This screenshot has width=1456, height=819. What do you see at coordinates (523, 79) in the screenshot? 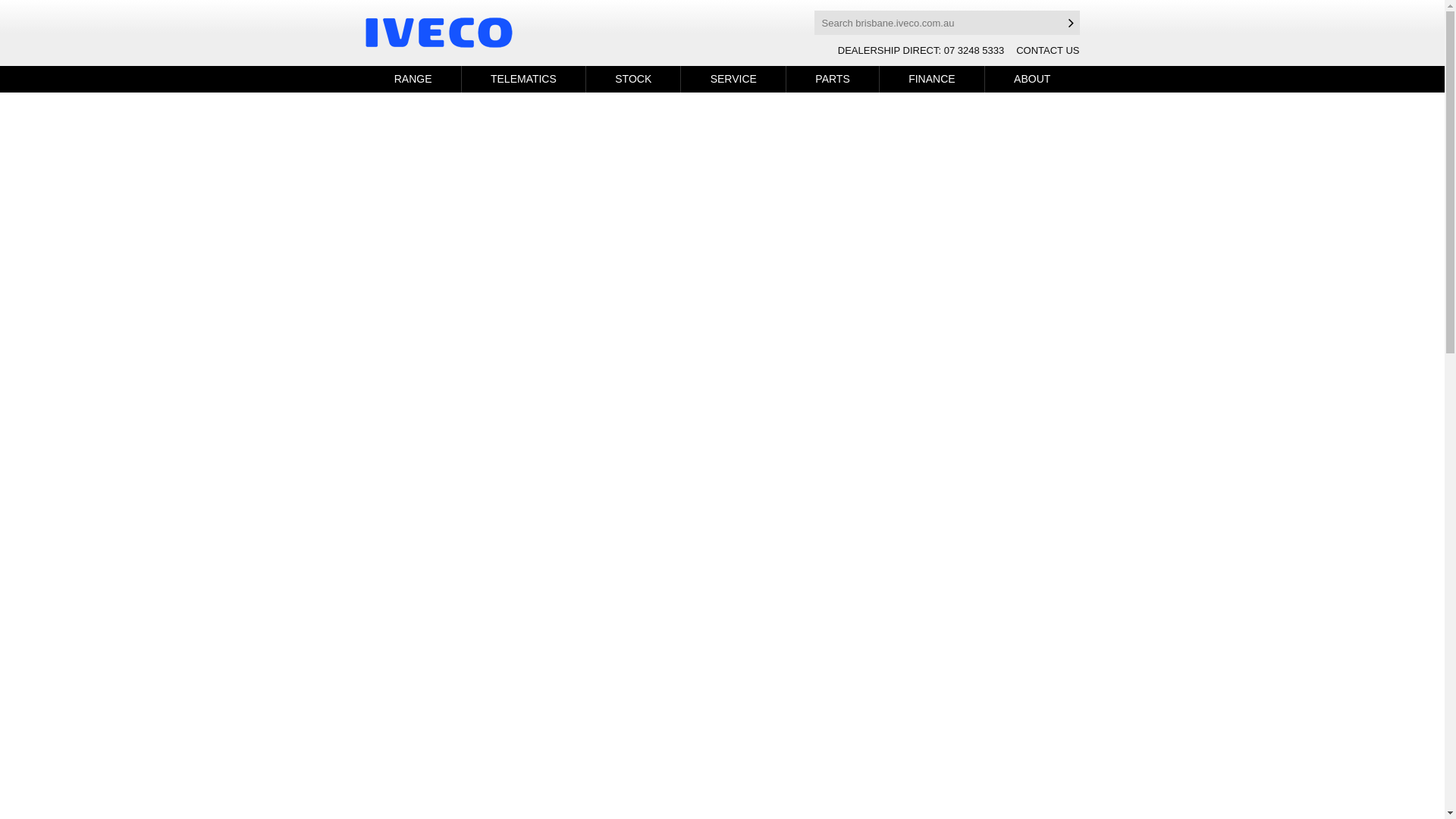
I see `'TELEMATICS'` at bounding box center [523, 79].